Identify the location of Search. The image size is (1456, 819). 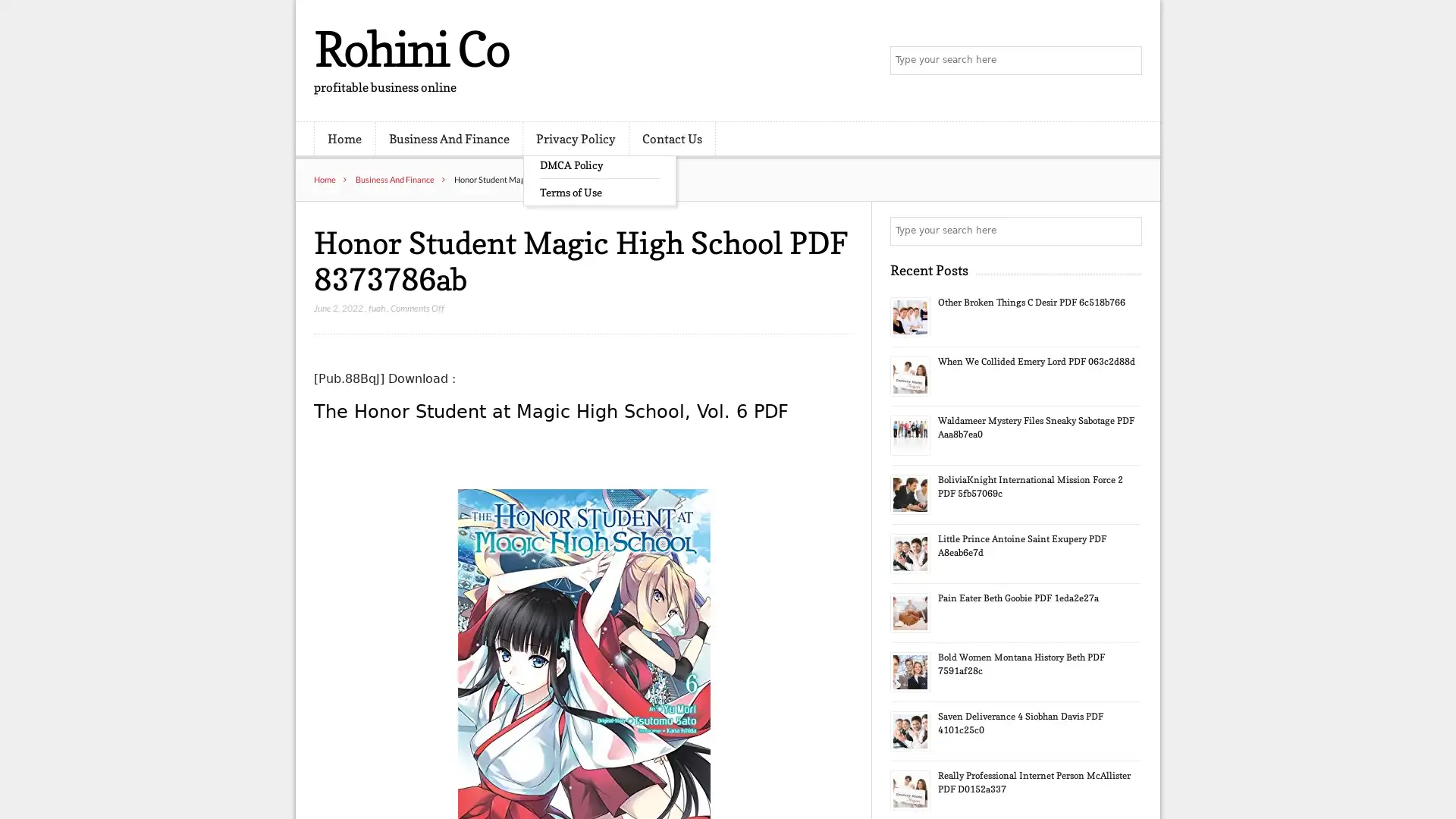
(1126, 231).